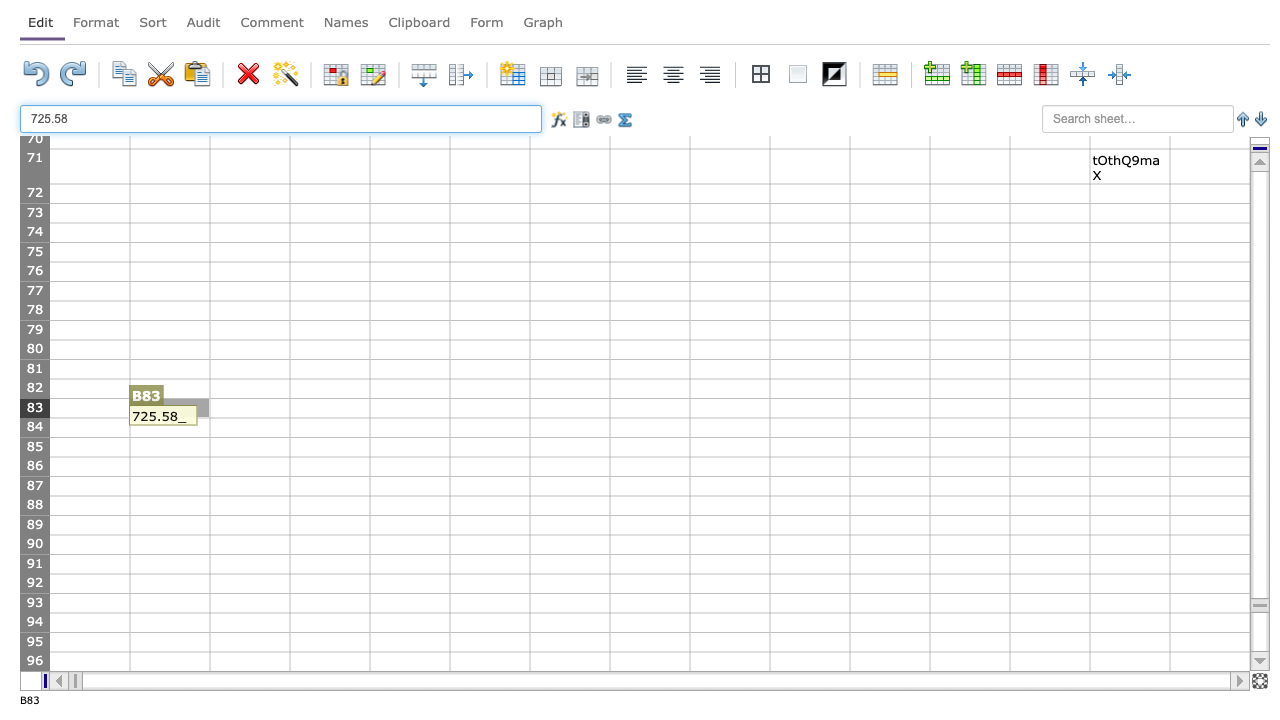 Image resolution: width=1280 pixels, height=720 pixels. What do you see at coordinates (370, 671) in the screenshot?
I see `fill handle of cell D96` at bounding box center [370, 671].